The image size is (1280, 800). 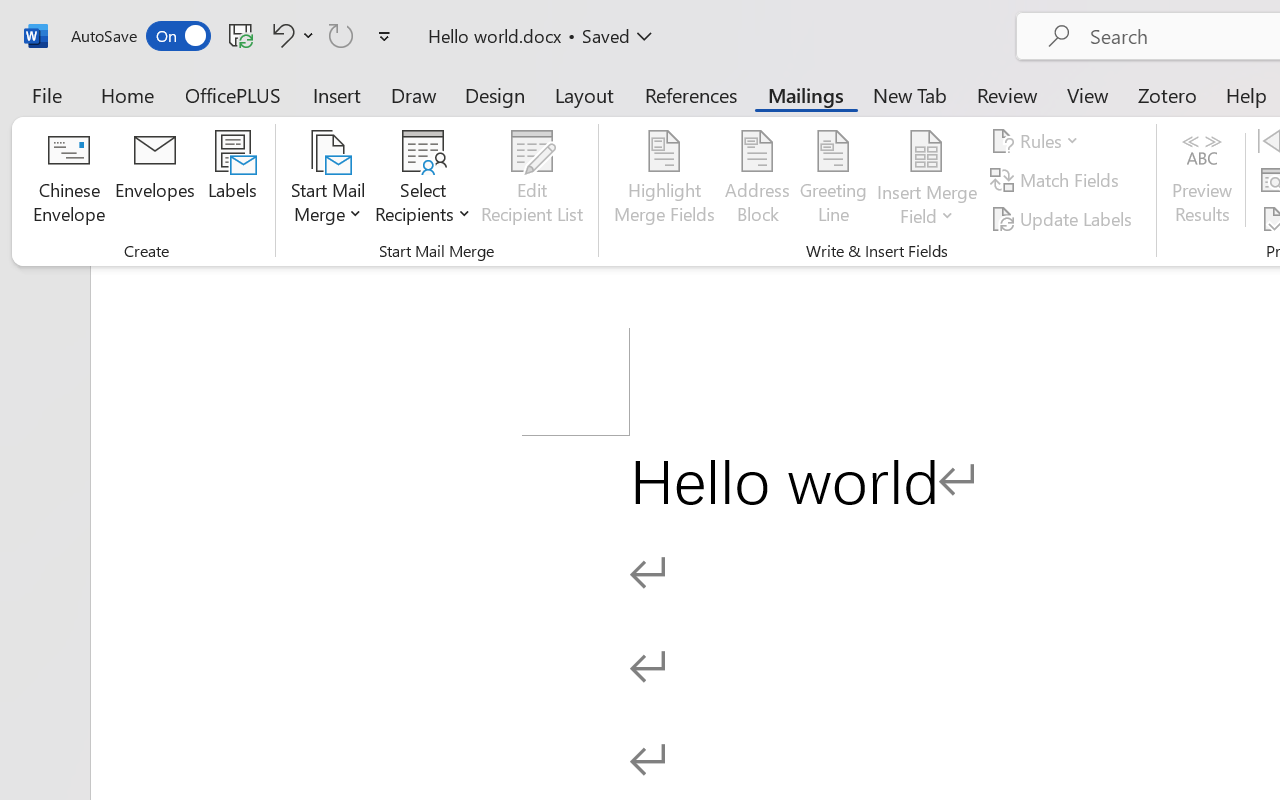 What do you see at coordinates (1056, 179) in the screenshot?
I see `'Match Fields...'` at bounding box center [1056, 179].